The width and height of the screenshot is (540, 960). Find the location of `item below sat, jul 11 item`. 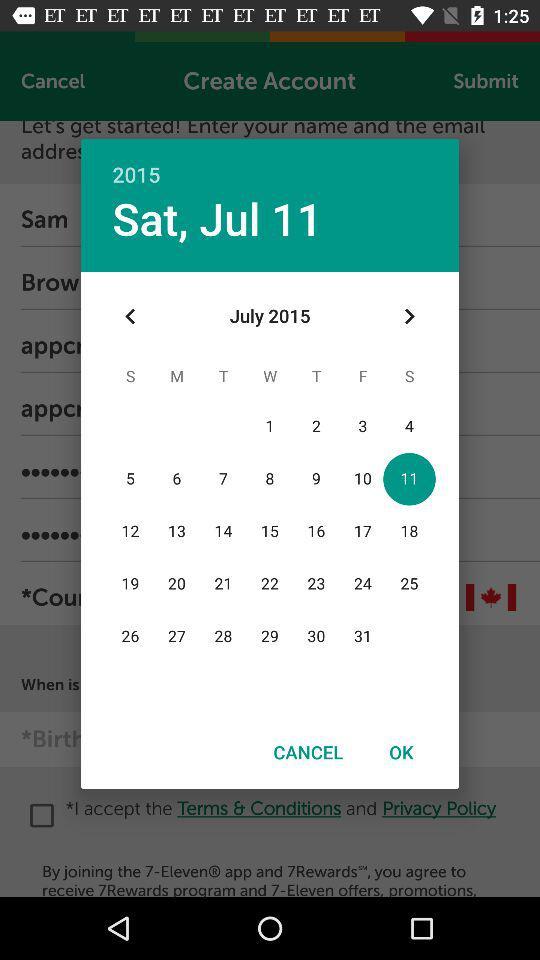

item below sat, jul 11 item is located at coordinates (130, 316).